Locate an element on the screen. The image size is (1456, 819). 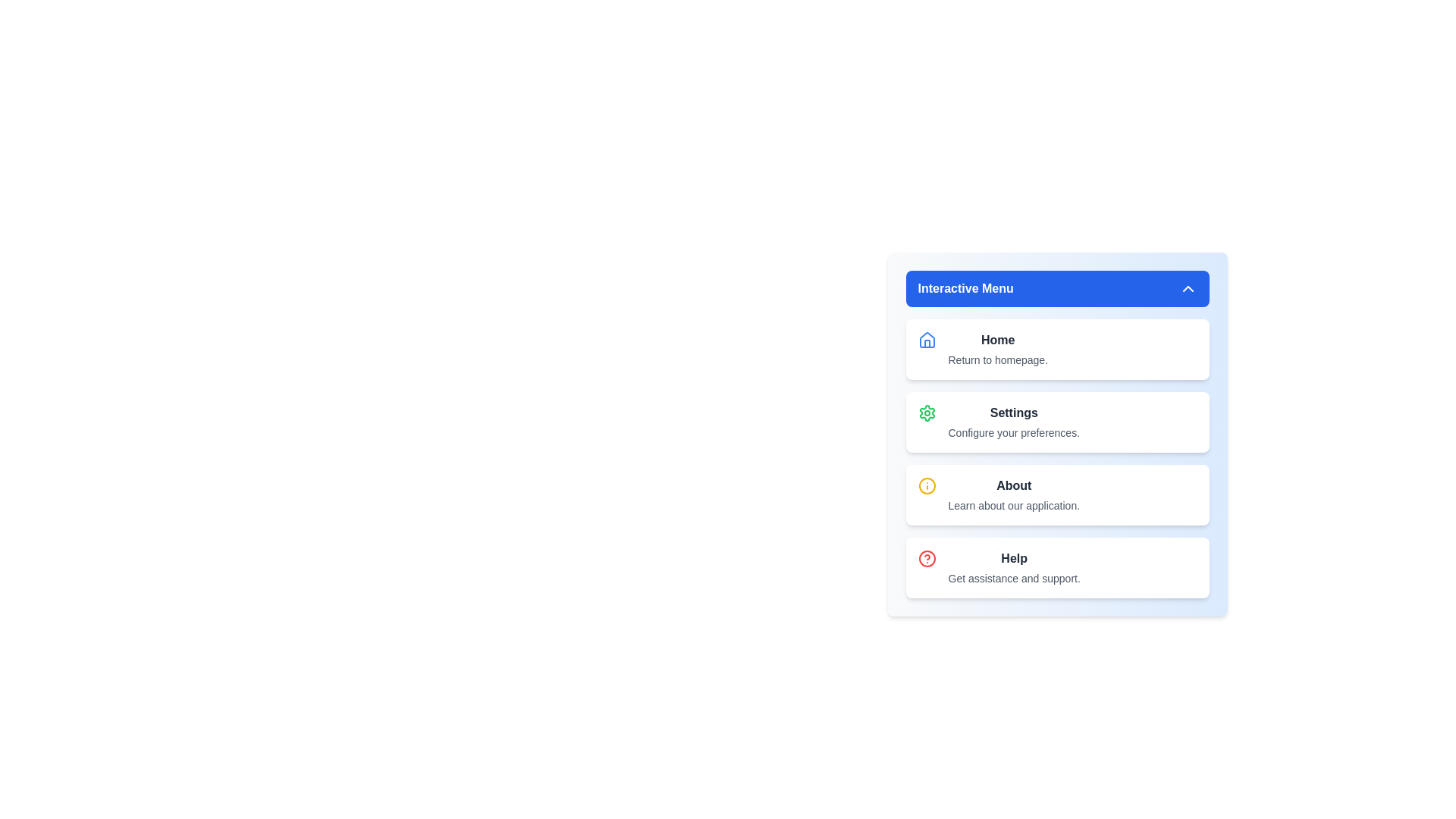
the green gear icon representing settings, located to the left of the 'Settings' text in the second item of the interactive menu is located at coordinates (926, 413).